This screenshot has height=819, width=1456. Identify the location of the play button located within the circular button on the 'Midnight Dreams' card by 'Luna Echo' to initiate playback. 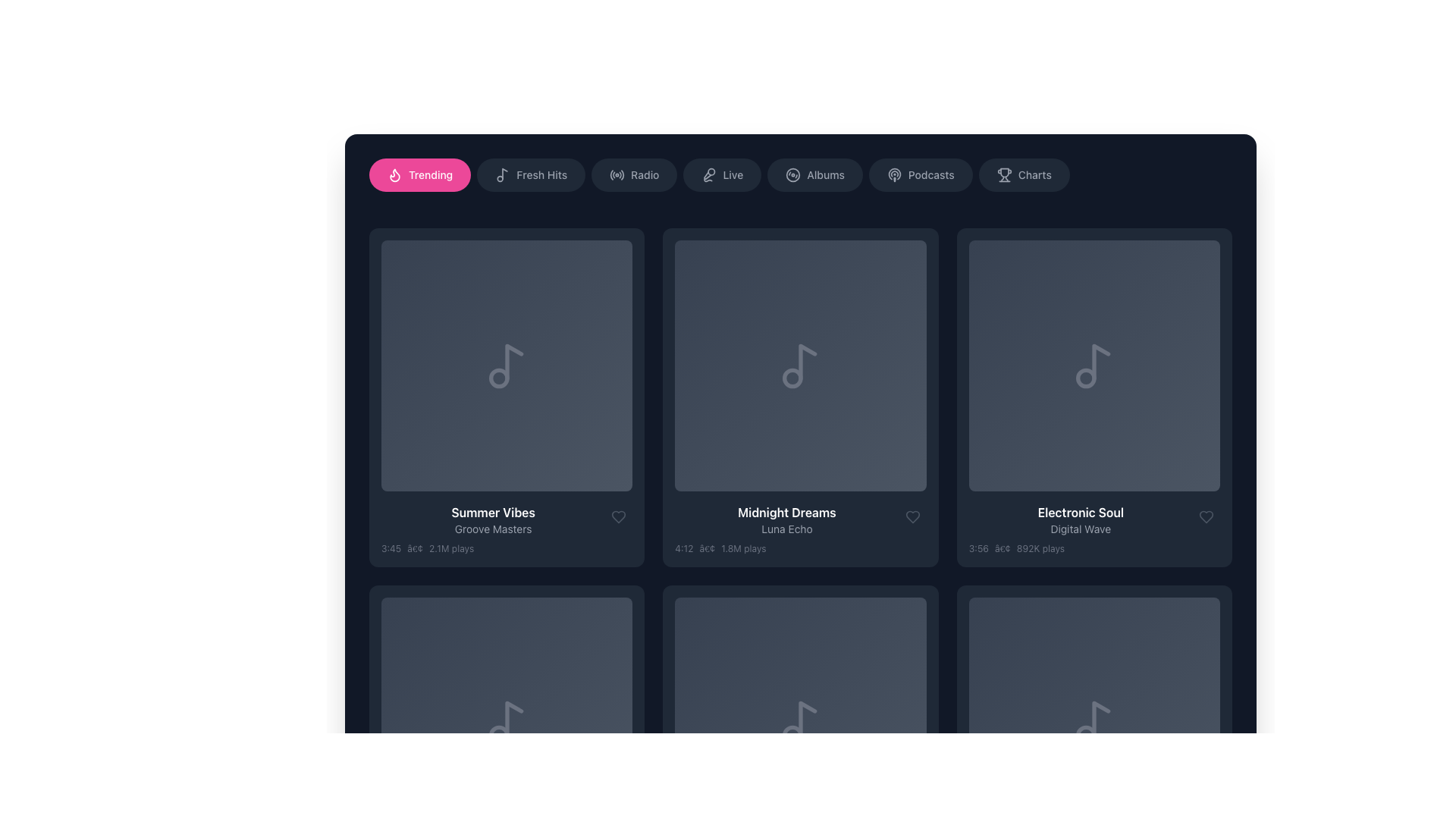
(801, 397).